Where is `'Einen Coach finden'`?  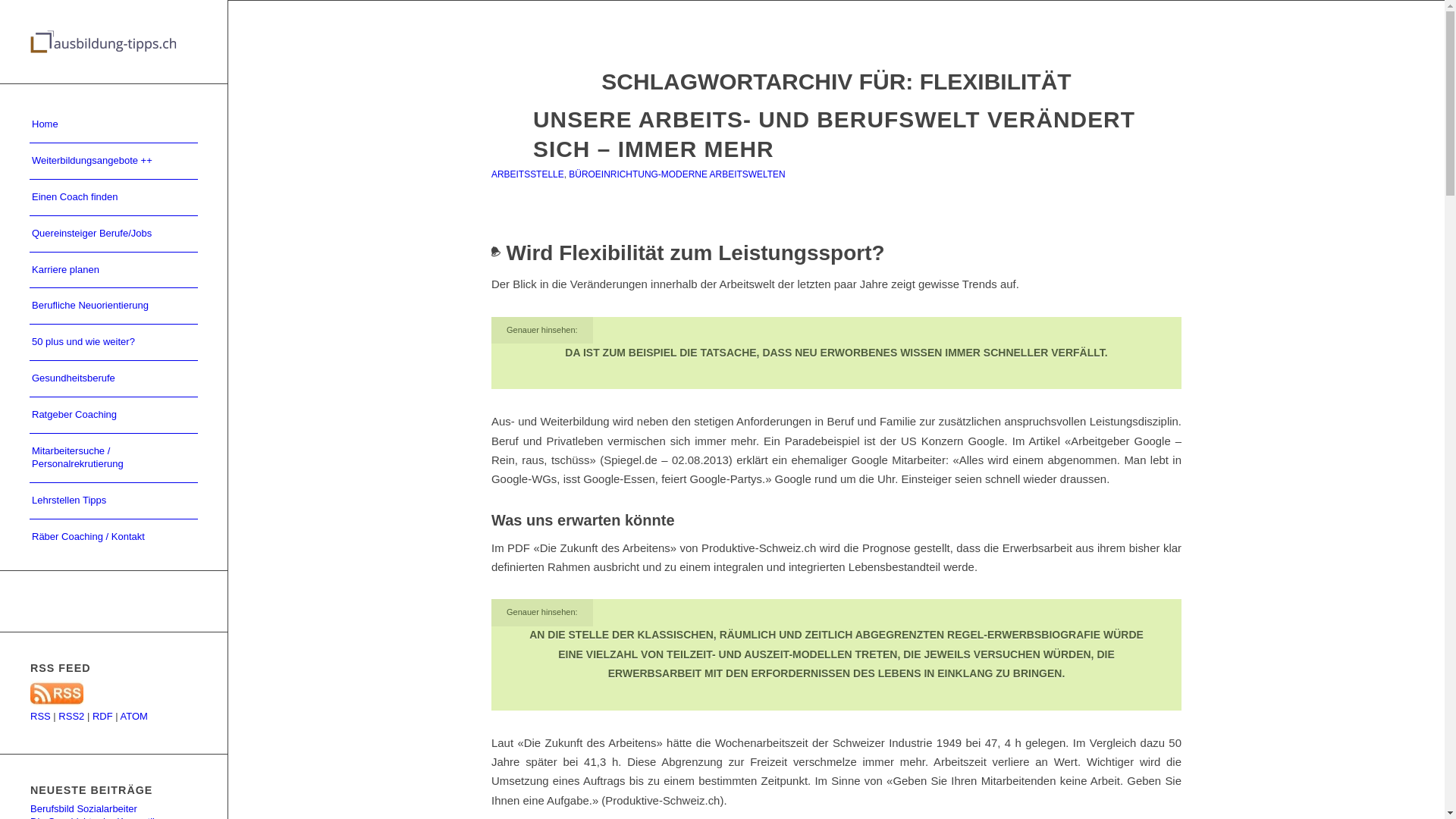 'Einen Coach finden' is located at coordinates (112, 197).